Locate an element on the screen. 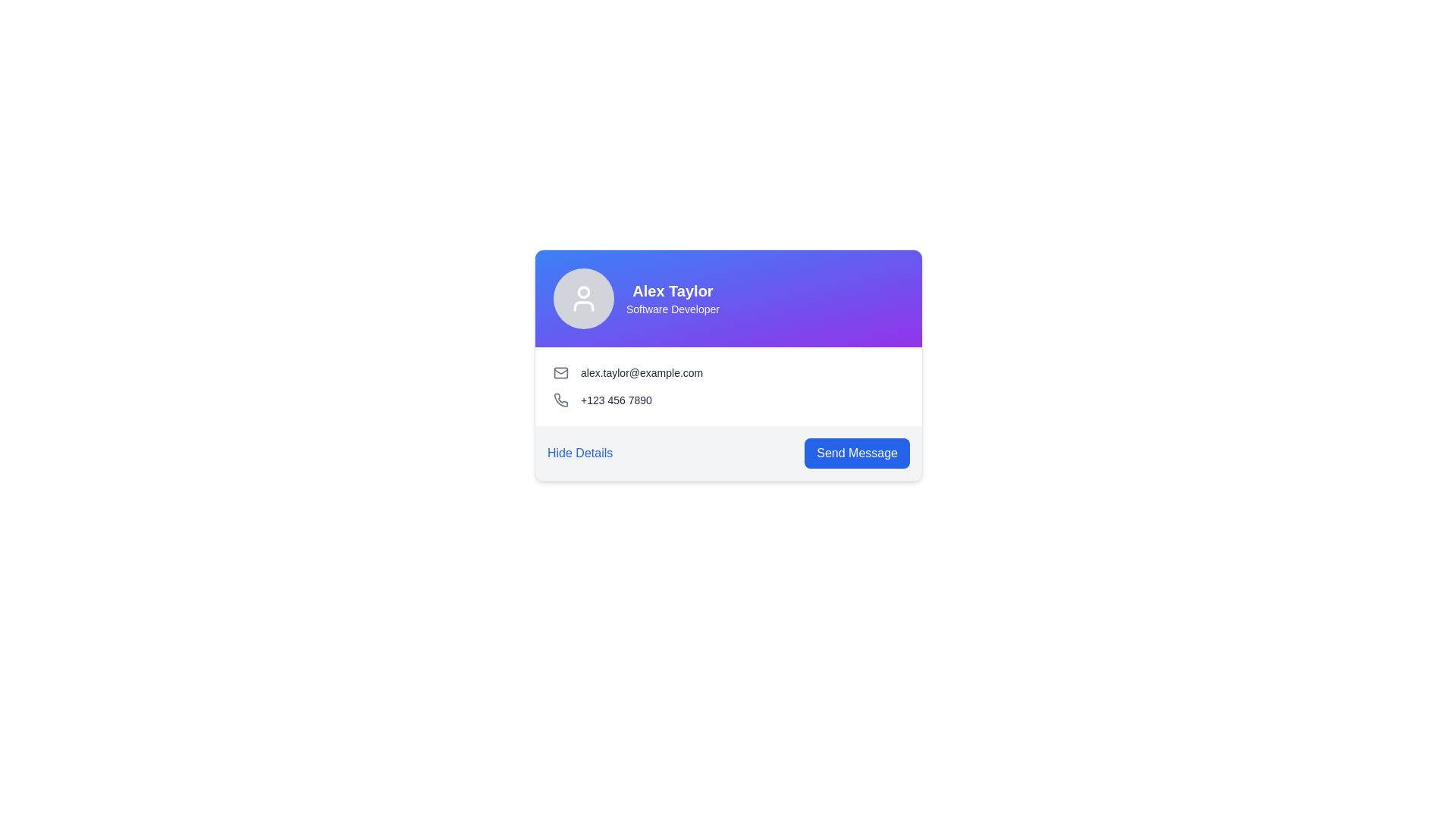  the Text Display Element that displays 'Alex Taylor' in bold and larger font, located at the top-left of the information card with a purple gradient background is located at coordinates (672, 291).